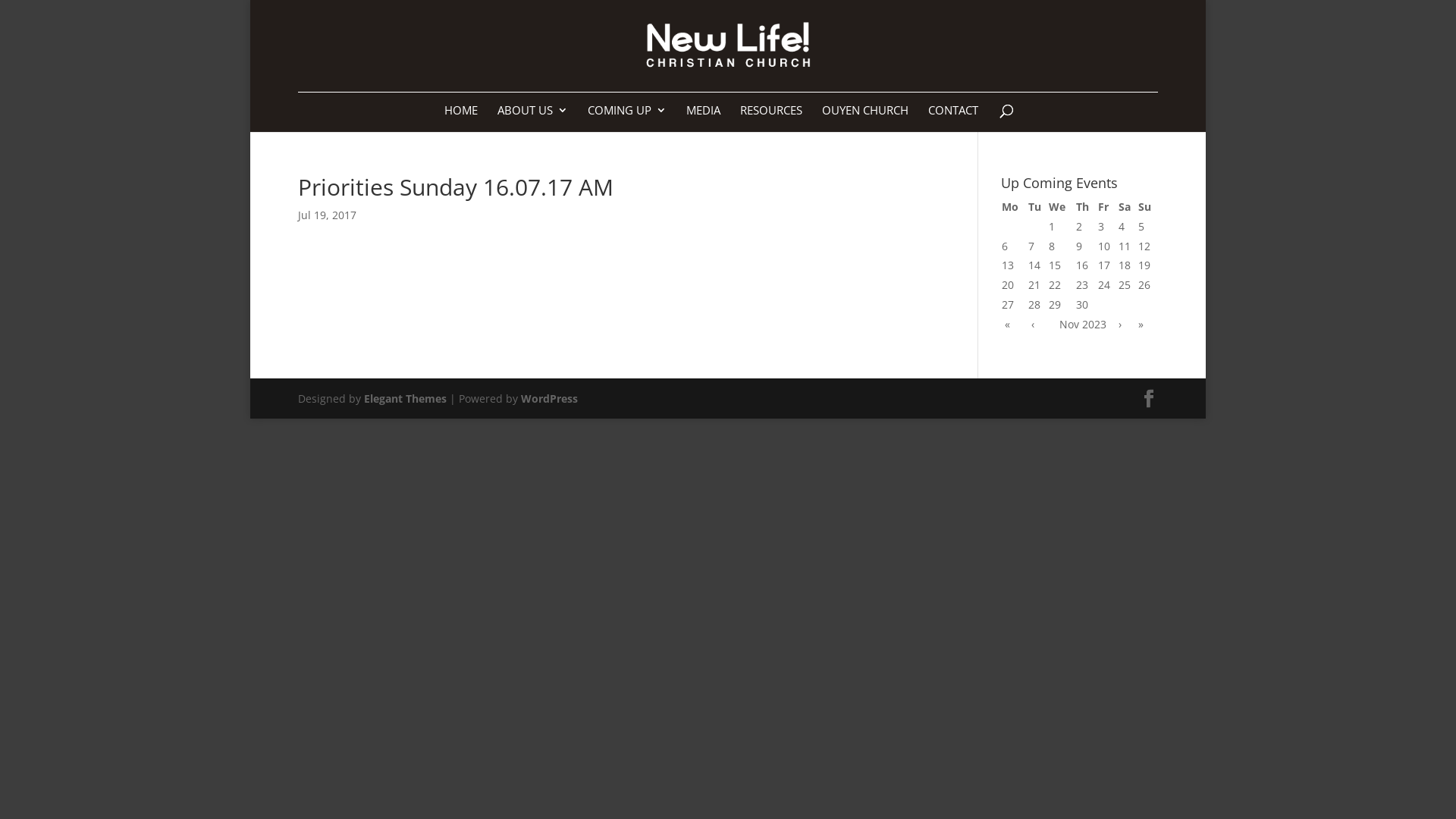 This screenshot has height=819, width=1456. I want to click on 'Nov 2023', so click(1082, 323).